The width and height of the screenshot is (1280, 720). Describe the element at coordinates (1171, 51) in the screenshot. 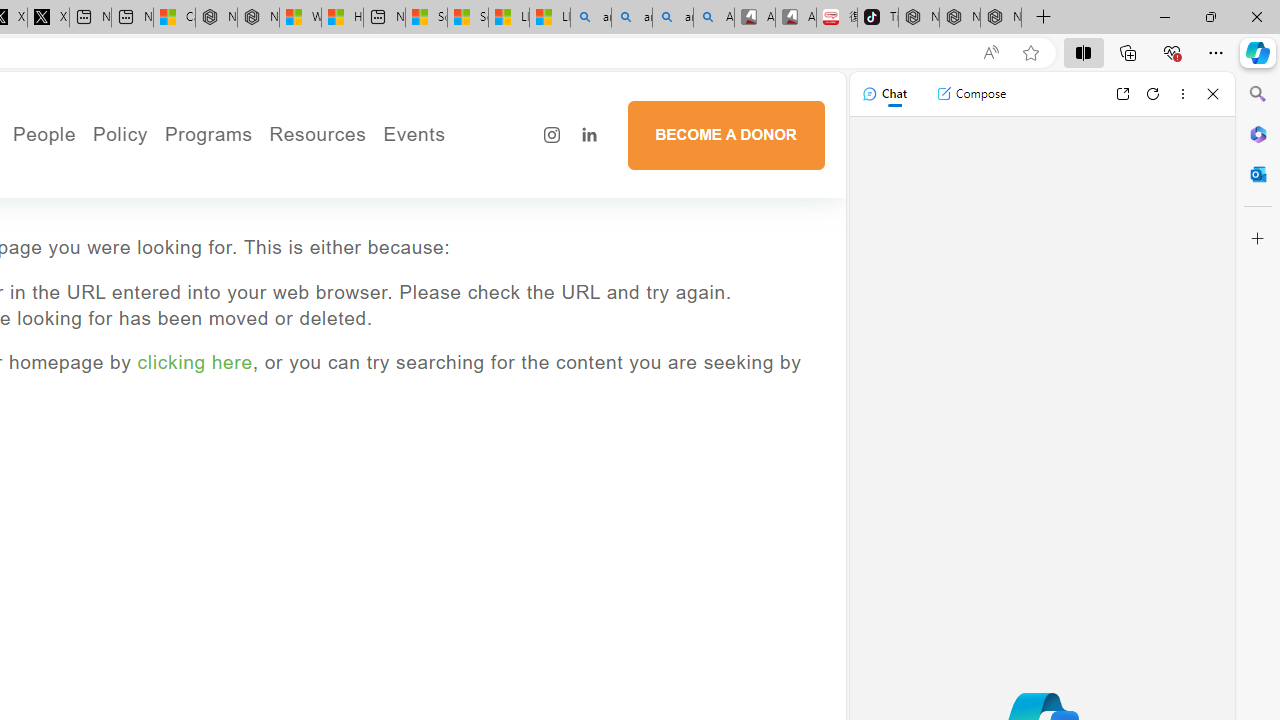

I see `'Browser essentials'` at that location.